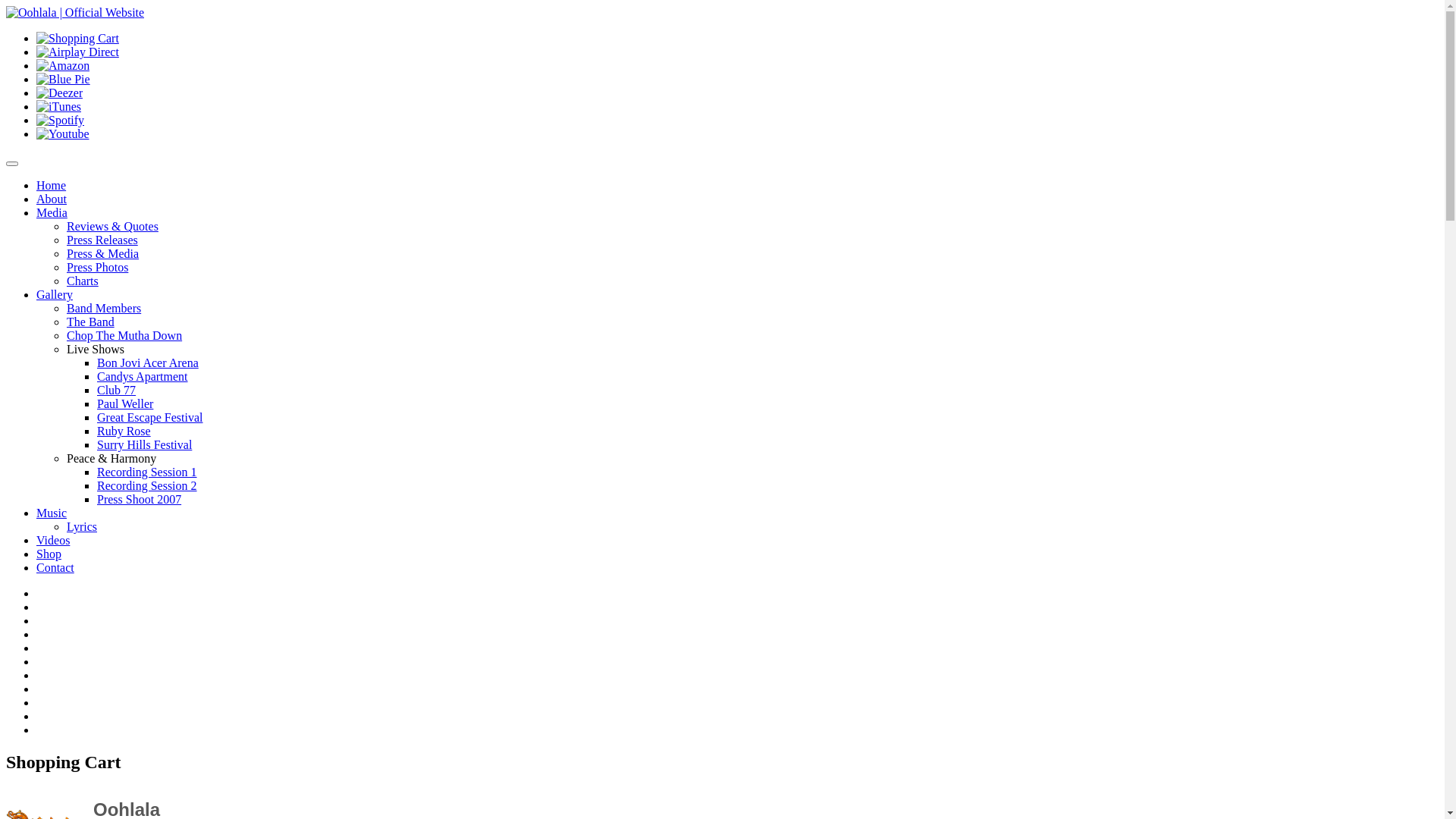  Describe the element at coordinates (115, 389) in the screenshot. I see `'Club 77'` at that location.